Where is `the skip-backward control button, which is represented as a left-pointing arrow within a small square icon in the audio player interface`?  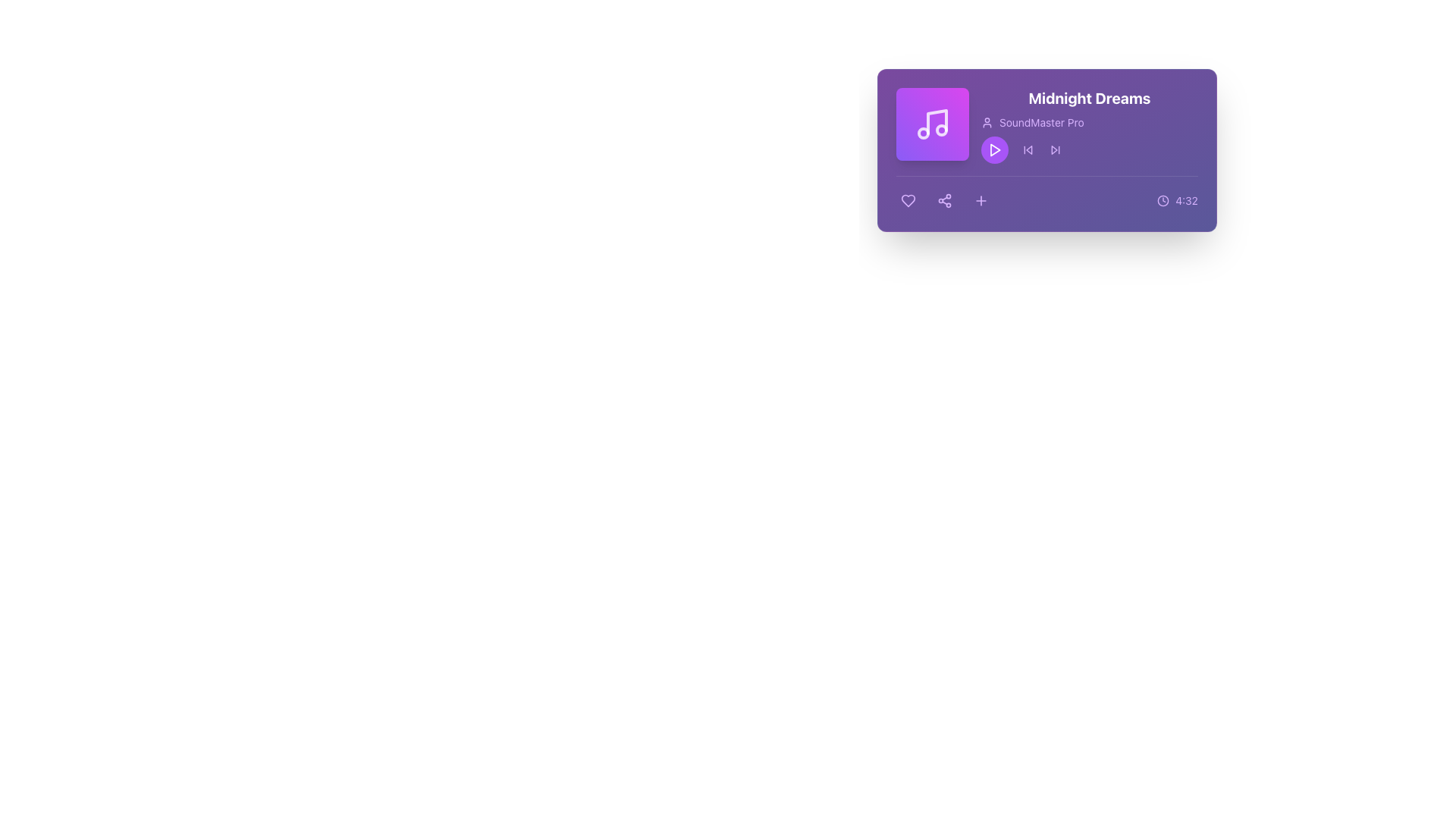 the skip-backward control button, which is represented as a left-pointing arrow within a small square icon in the audio player interface is located at coordinates (1029, 149).